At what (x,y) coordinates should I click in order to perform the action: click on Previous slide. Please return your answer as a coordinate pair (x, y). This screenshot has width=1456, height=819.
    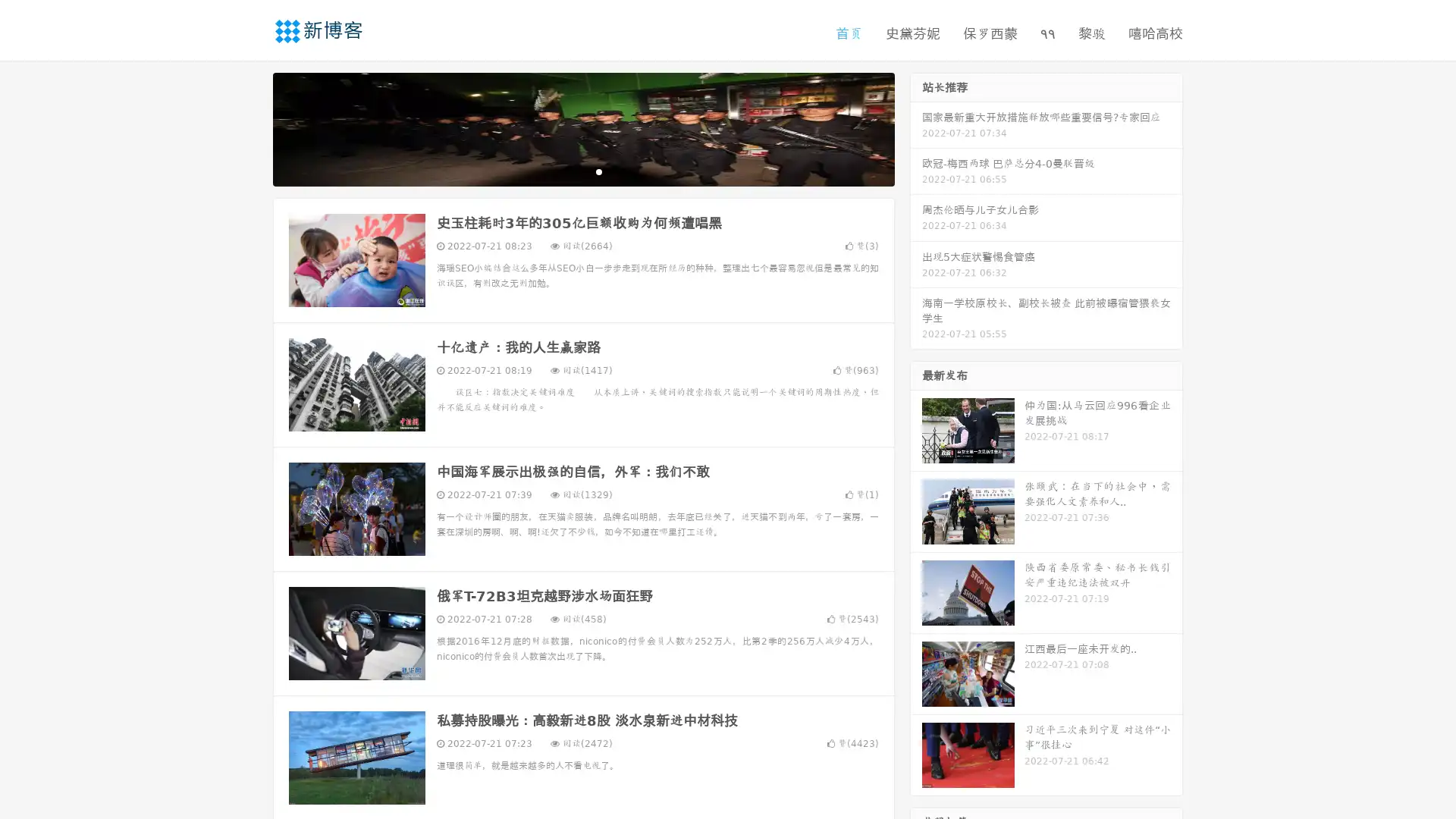
    Looking at the image, I should click on (250, 127).